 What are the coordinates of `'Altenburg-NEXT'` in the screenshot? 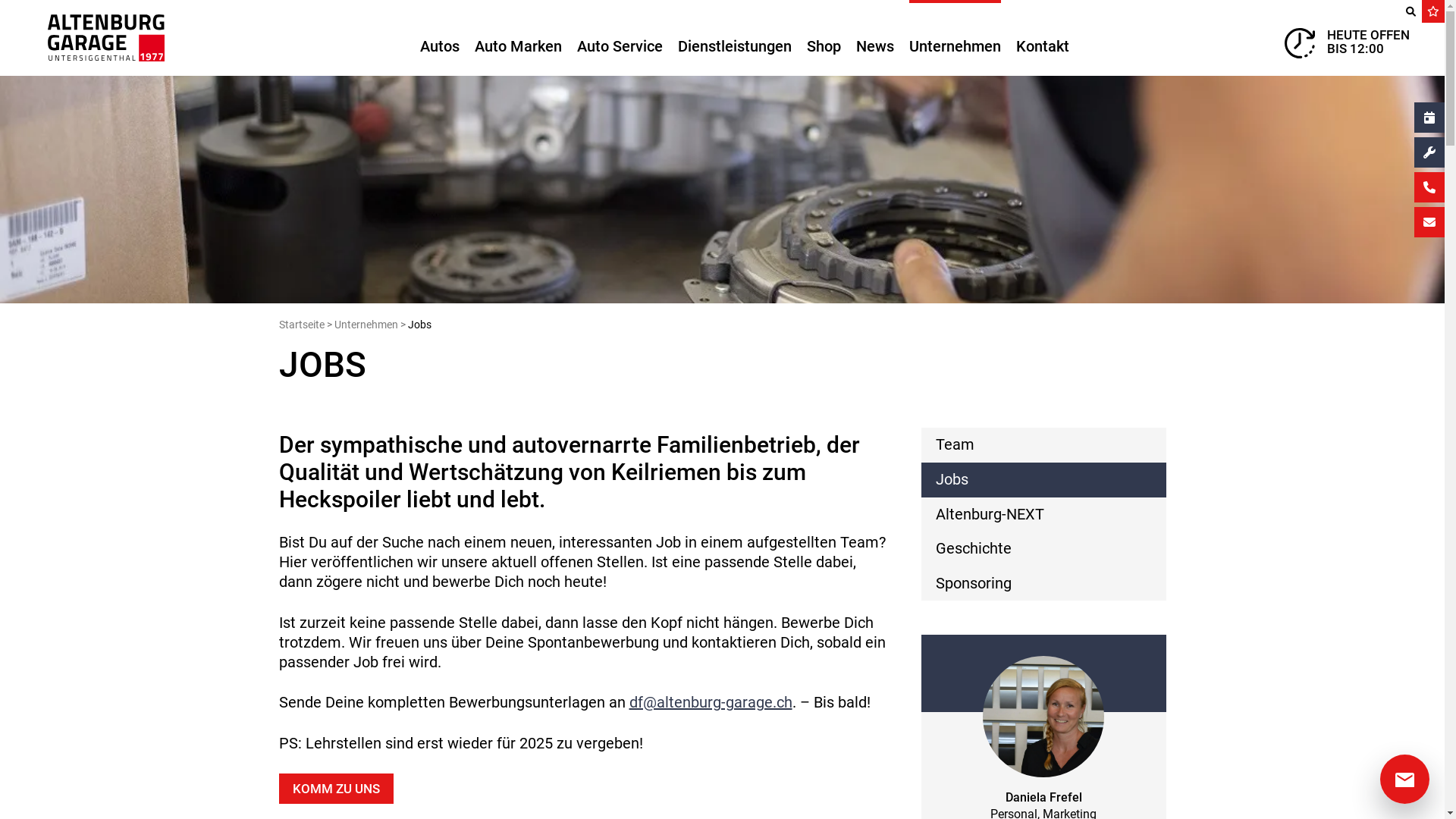 It's located at (1042, 513).